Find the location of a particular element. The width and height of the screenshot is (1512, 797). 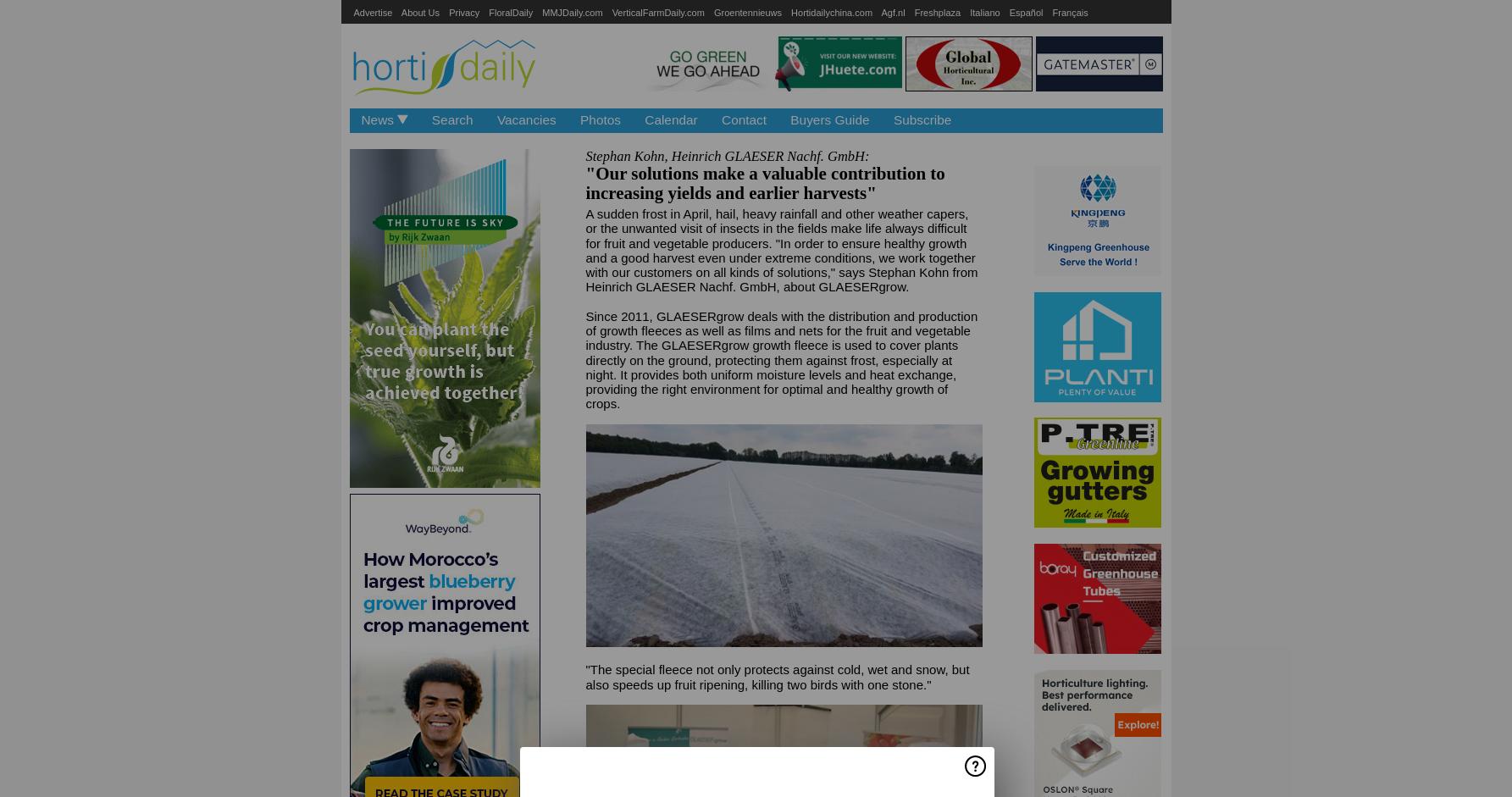

'About Us' is located at coordinates (419, 12).